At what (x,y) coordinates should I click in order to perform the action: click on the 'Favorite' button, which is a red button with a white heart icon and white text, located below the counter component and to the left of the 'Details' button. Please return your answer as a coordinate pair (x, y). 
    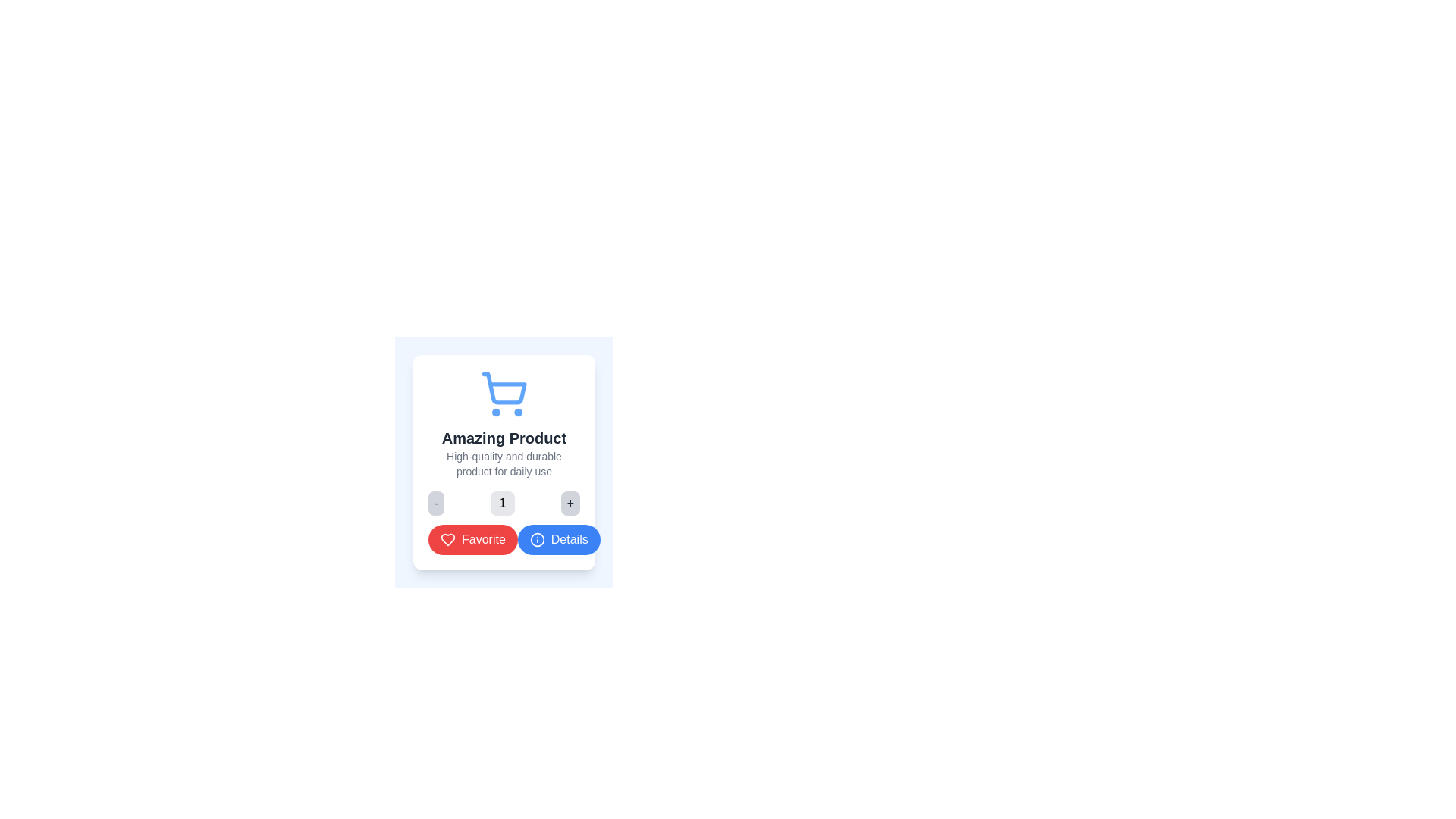
    Looking at the image, I should click on (504, 522).